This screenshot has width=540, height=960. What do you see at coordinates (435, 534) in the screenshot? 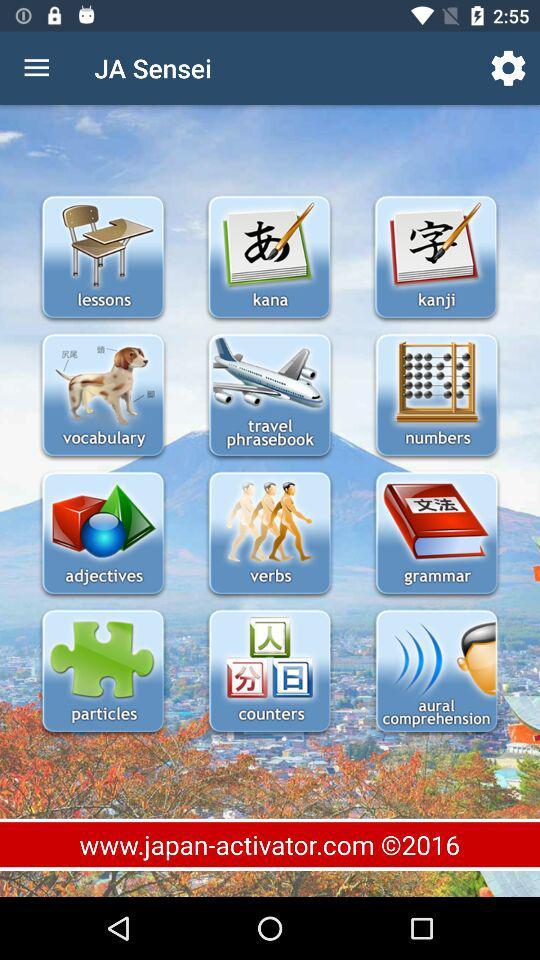
I see `grammar` at bounding box center [435, 534].